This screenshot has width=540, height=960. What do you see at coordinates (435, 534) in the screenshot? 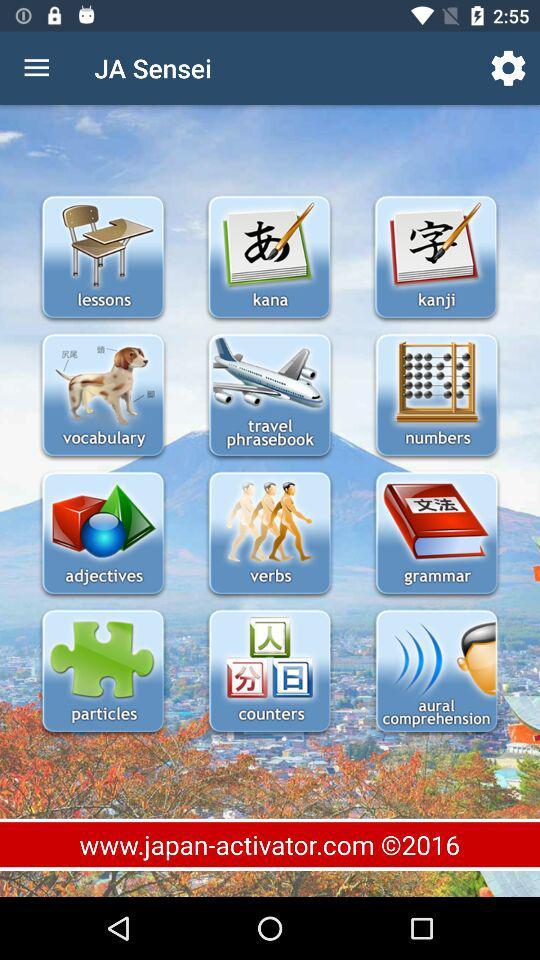
I see `grammar` at bounding box center [435, 534].